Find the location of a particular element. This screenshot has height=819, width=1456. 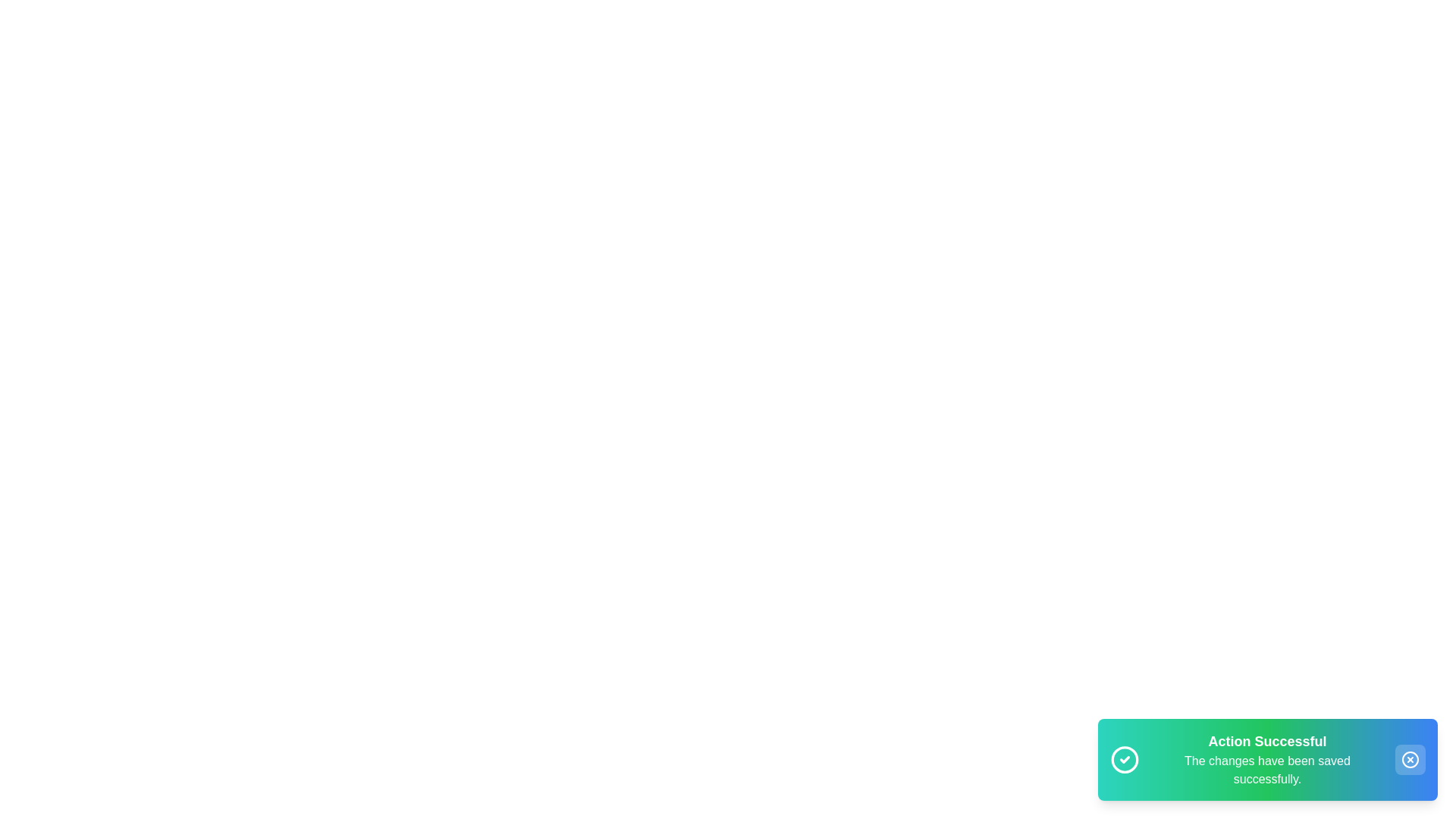

the checkmark icon to perform the respective action is located at coordinates (1125, 760).